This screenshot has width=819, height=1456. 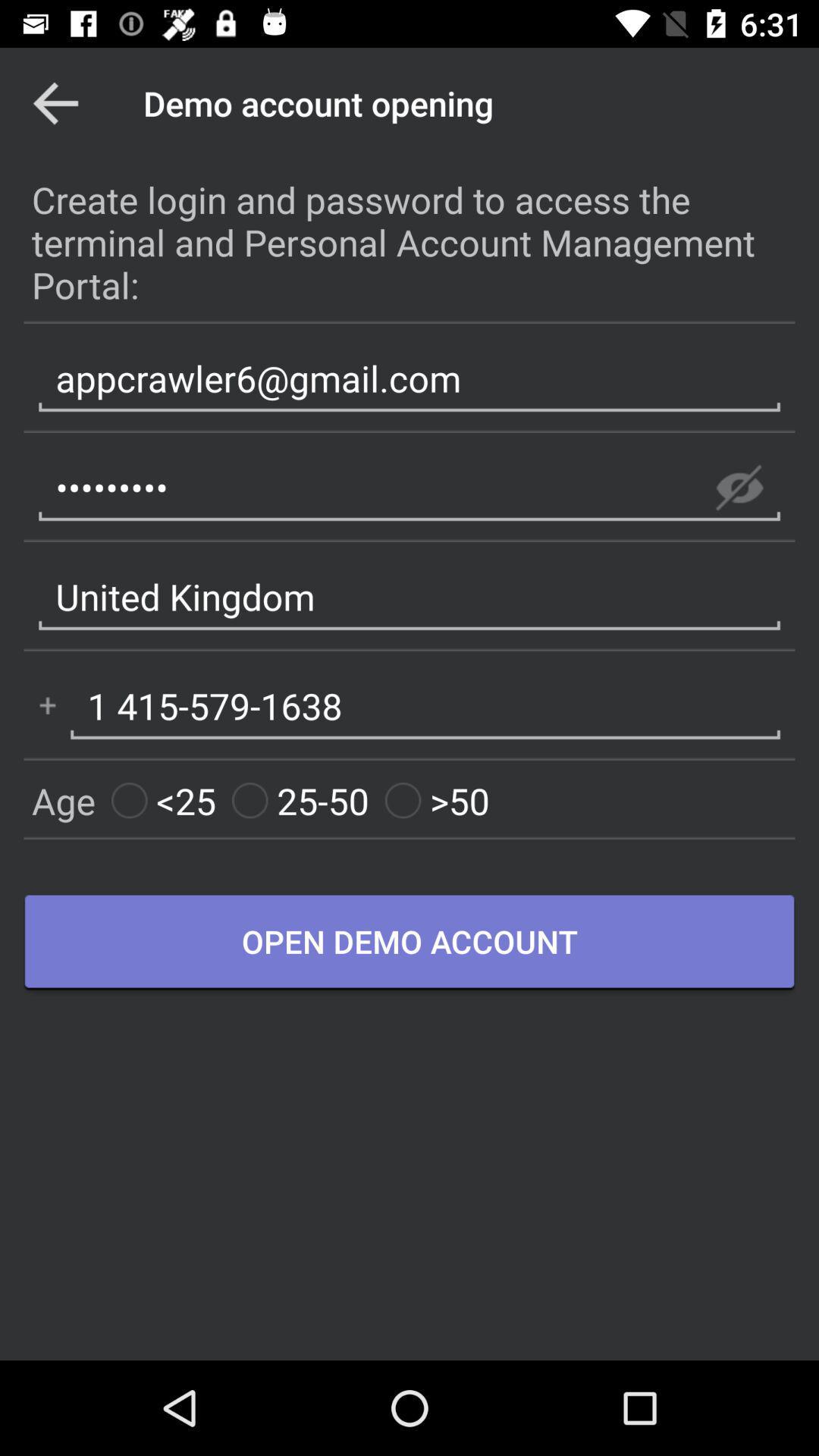 I want to click on show or hide password, so click(x=739, y=488).